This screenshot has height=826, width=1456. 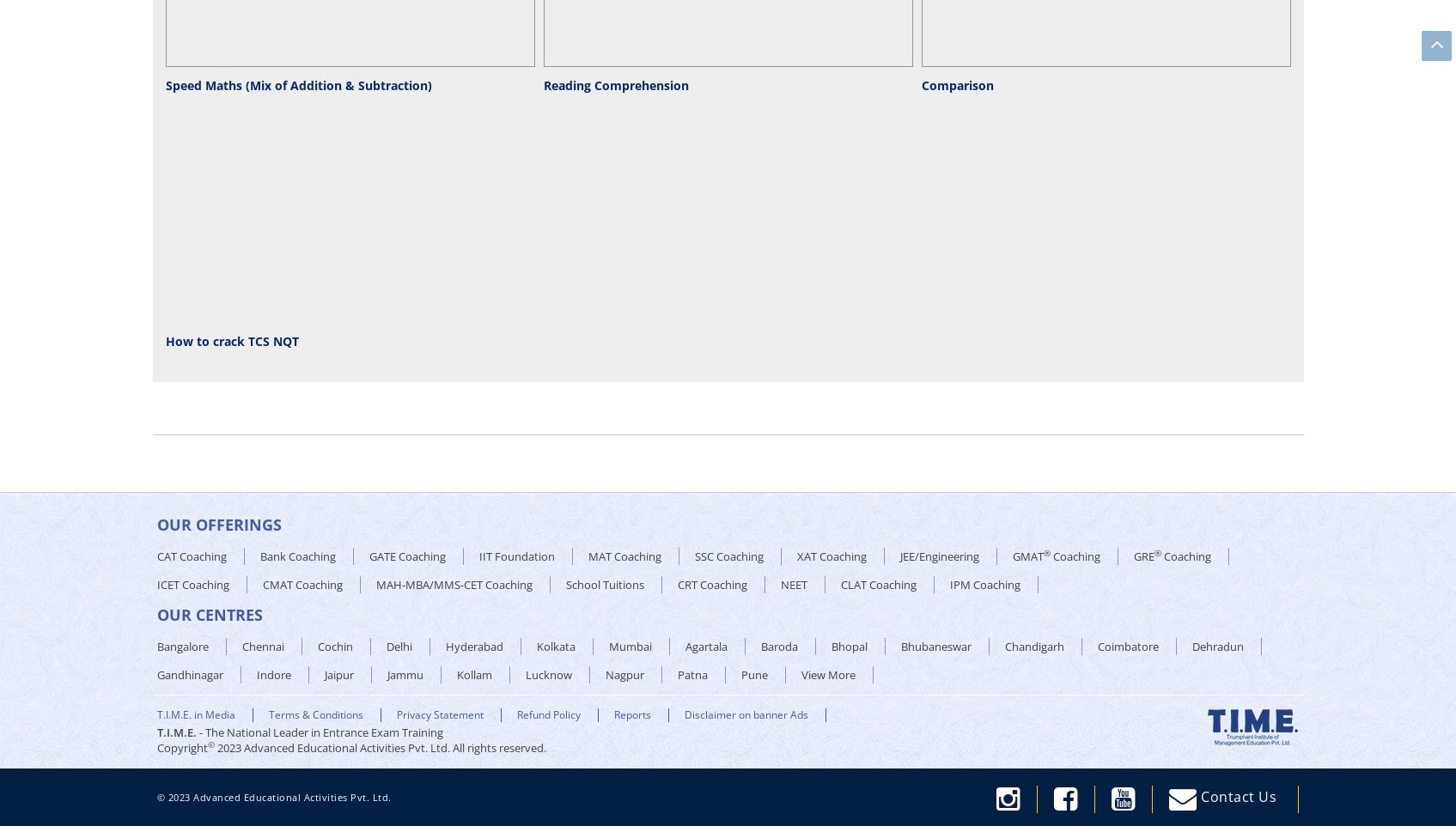 I want to click on 'IPM Coaching', so click(x=983, y=583).